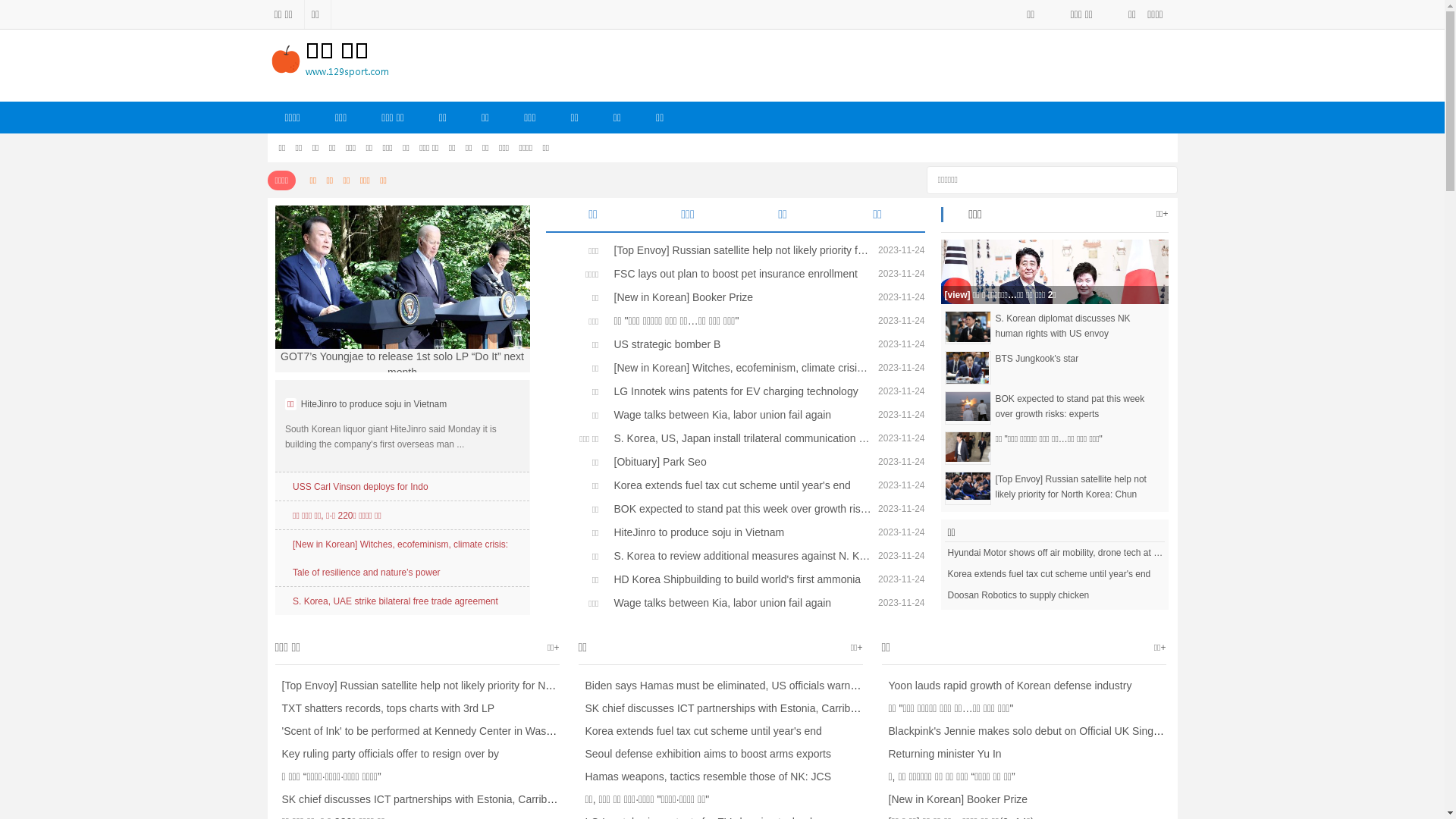 Image resolution: width=1456 pixels, height=819 pixels. Describe the element at coordinates (386, 754) in the screenshot. I see `'Key ruling party officials offer to resign over by'` at that location.